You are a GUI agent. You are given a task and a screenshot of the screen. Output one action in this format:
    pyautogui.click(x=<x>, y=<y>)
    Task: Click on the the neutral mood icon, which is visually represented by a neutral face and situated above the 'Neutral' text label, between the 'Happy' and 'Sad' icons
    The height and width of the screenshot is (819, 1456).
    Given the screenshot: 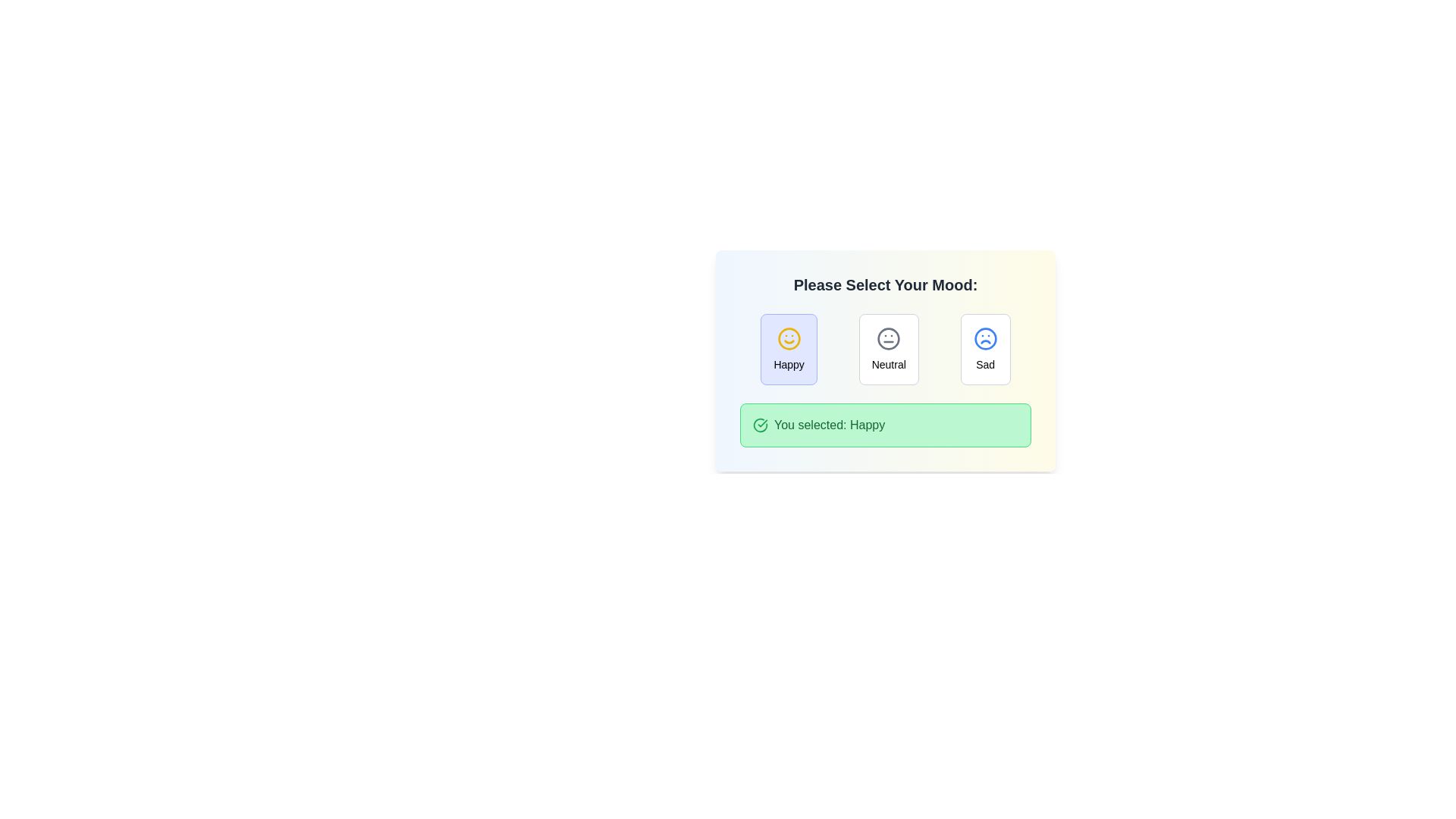 What is the action you would take?
    pyautogui.click(x=889, y=338)
    